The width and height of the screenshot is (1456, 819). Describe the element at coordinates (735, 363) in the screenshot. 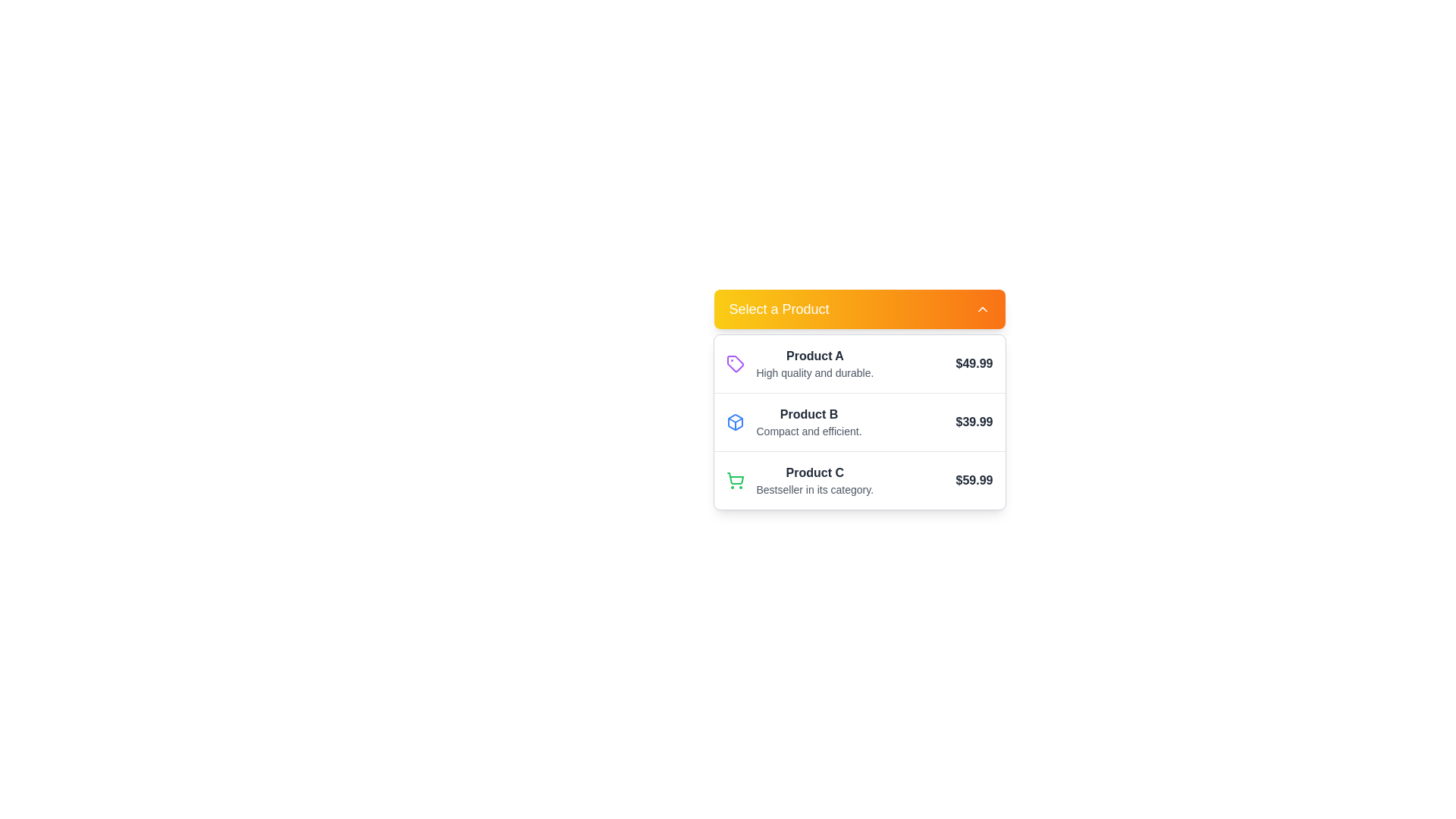

I see `the icon representing 'Product A', located at the leftmost side of the product row above the price '$49.99'` at that location.